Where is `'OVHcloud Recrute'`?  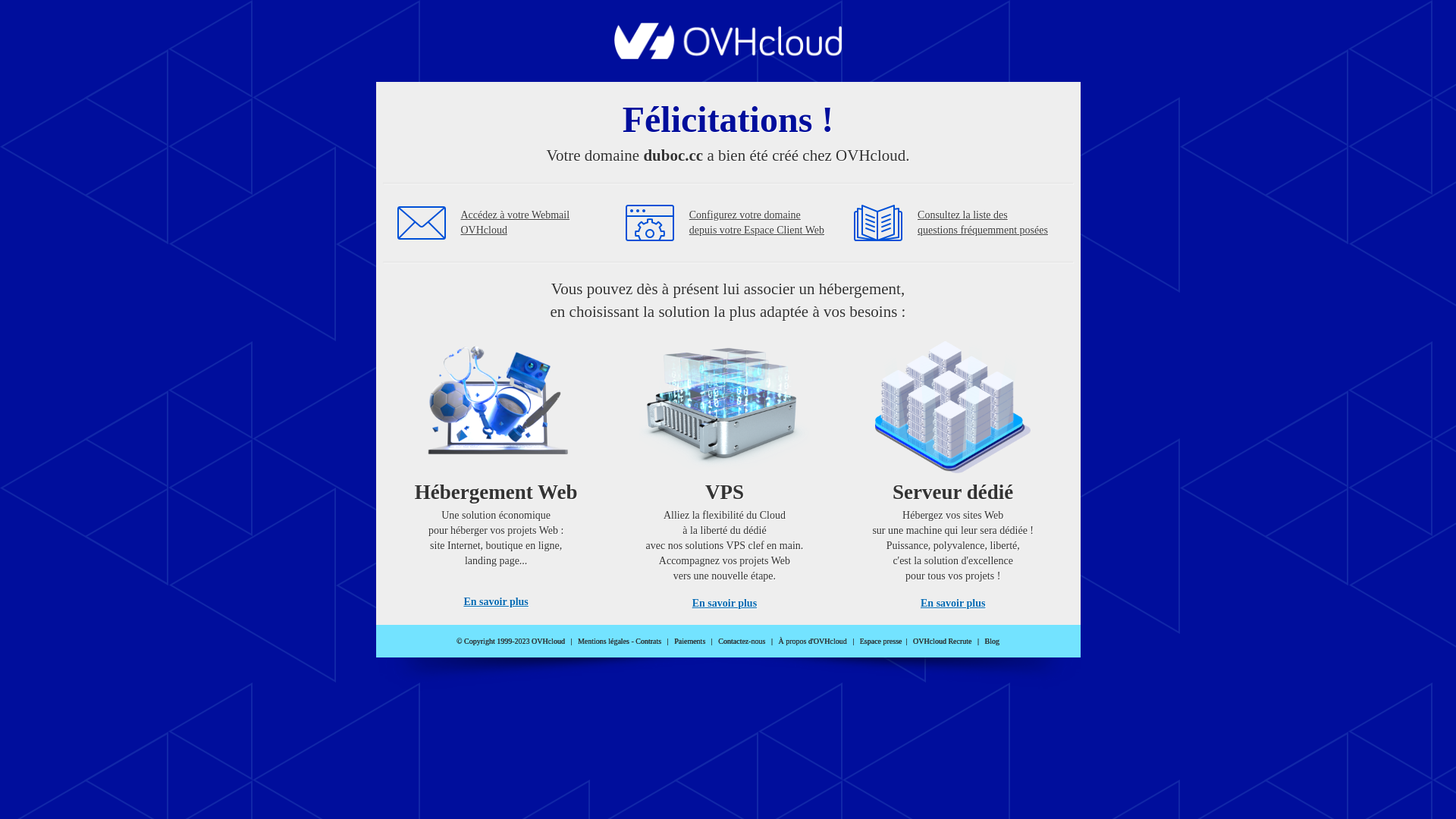 'OVHcloud Recrute' is located at coordinates (912, 641).